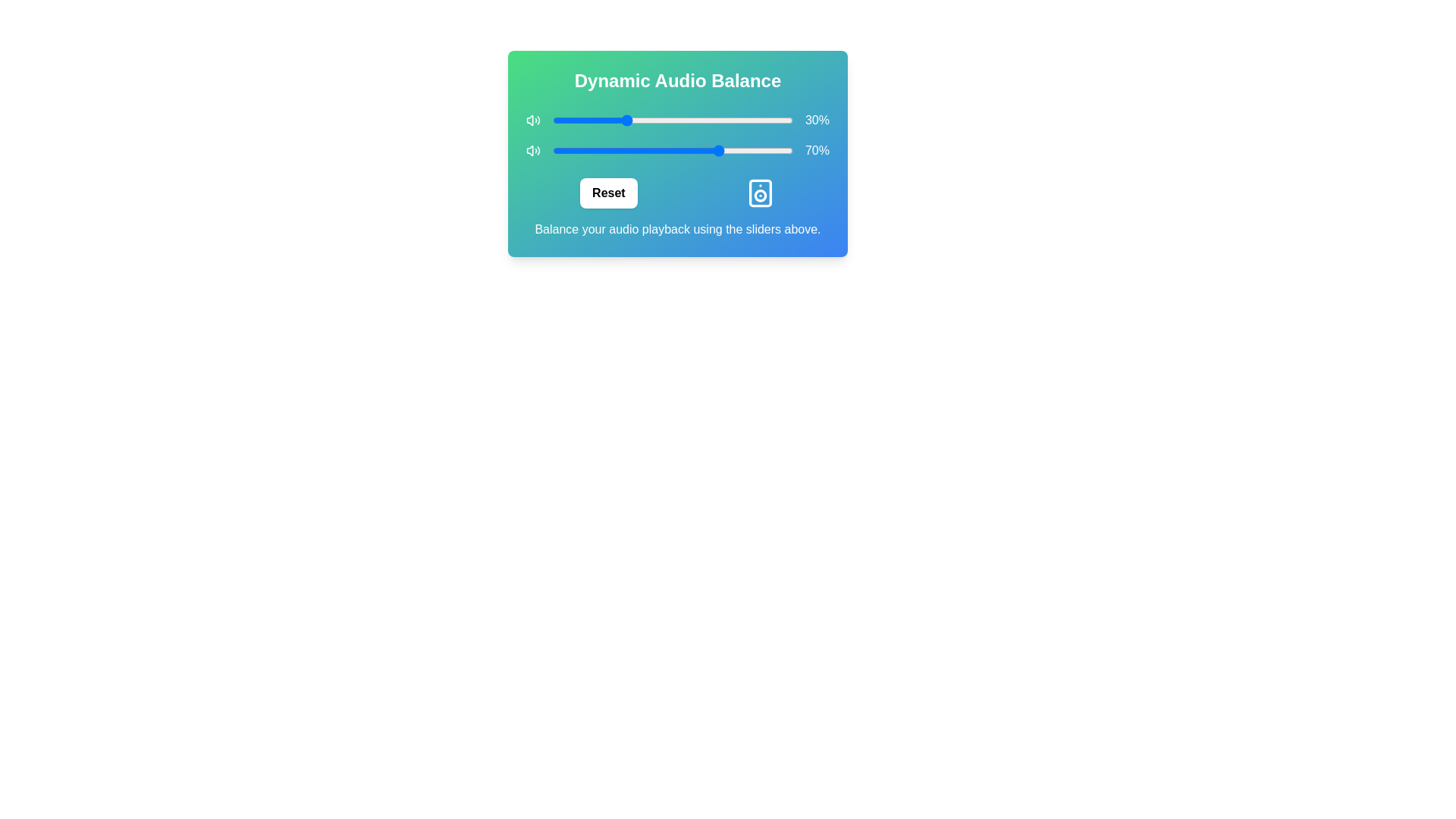 This screenshot has height=819, width=1456. Describe the element at coordinates (676, 81) in the screenshot. I see `the Static text header displaying 'Dynamic Audio Balance' which is centered in a green-to-blue gradient background at the top of the component` at that location.